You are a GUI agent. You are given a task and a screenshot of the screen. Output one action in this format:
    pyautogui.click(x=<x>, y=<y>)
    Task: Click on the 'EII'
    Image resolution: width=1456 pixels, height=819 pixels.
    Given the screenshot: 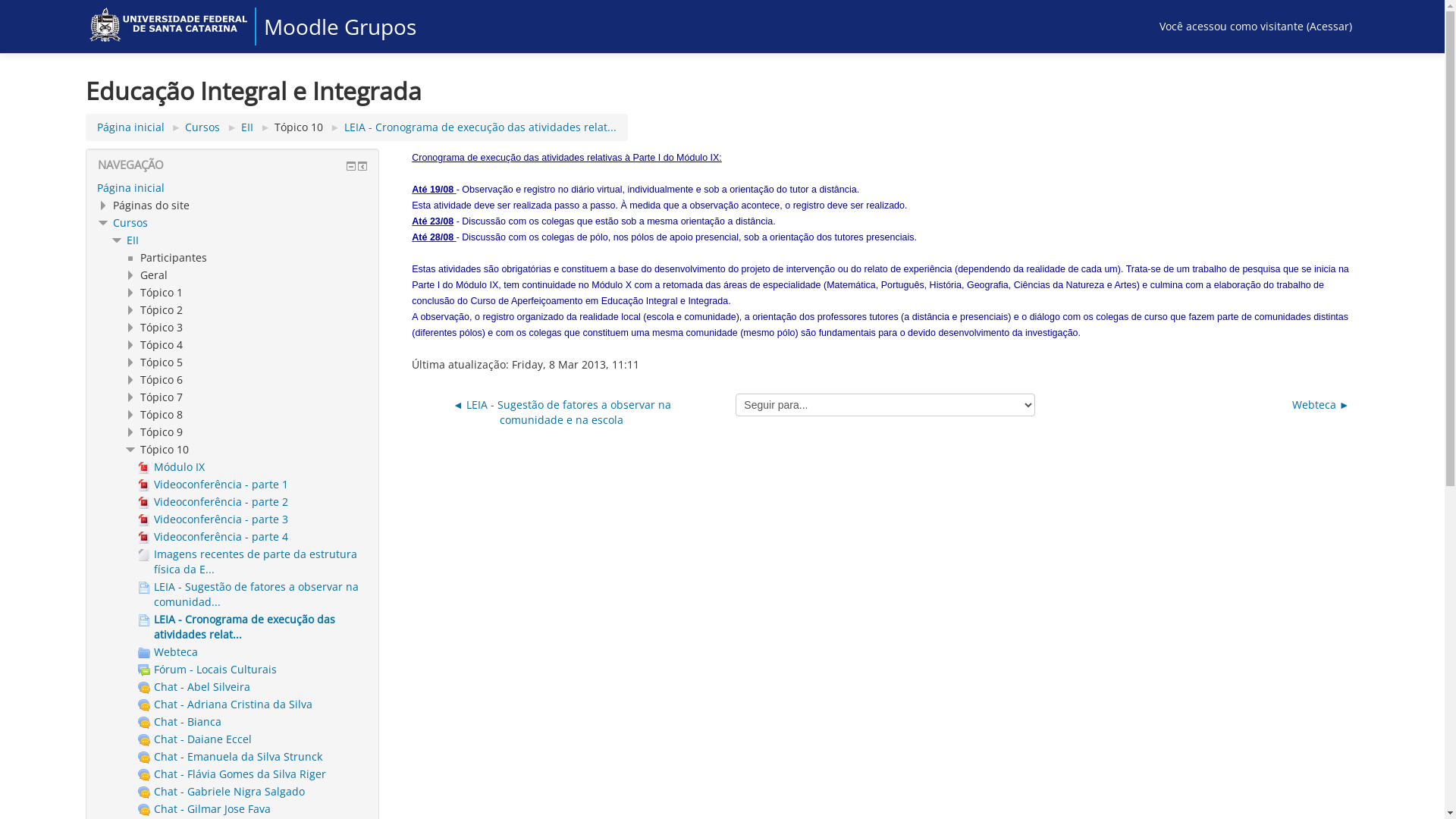 What is the action you would take?
    pyautogui.click(x=240, y=126)
    